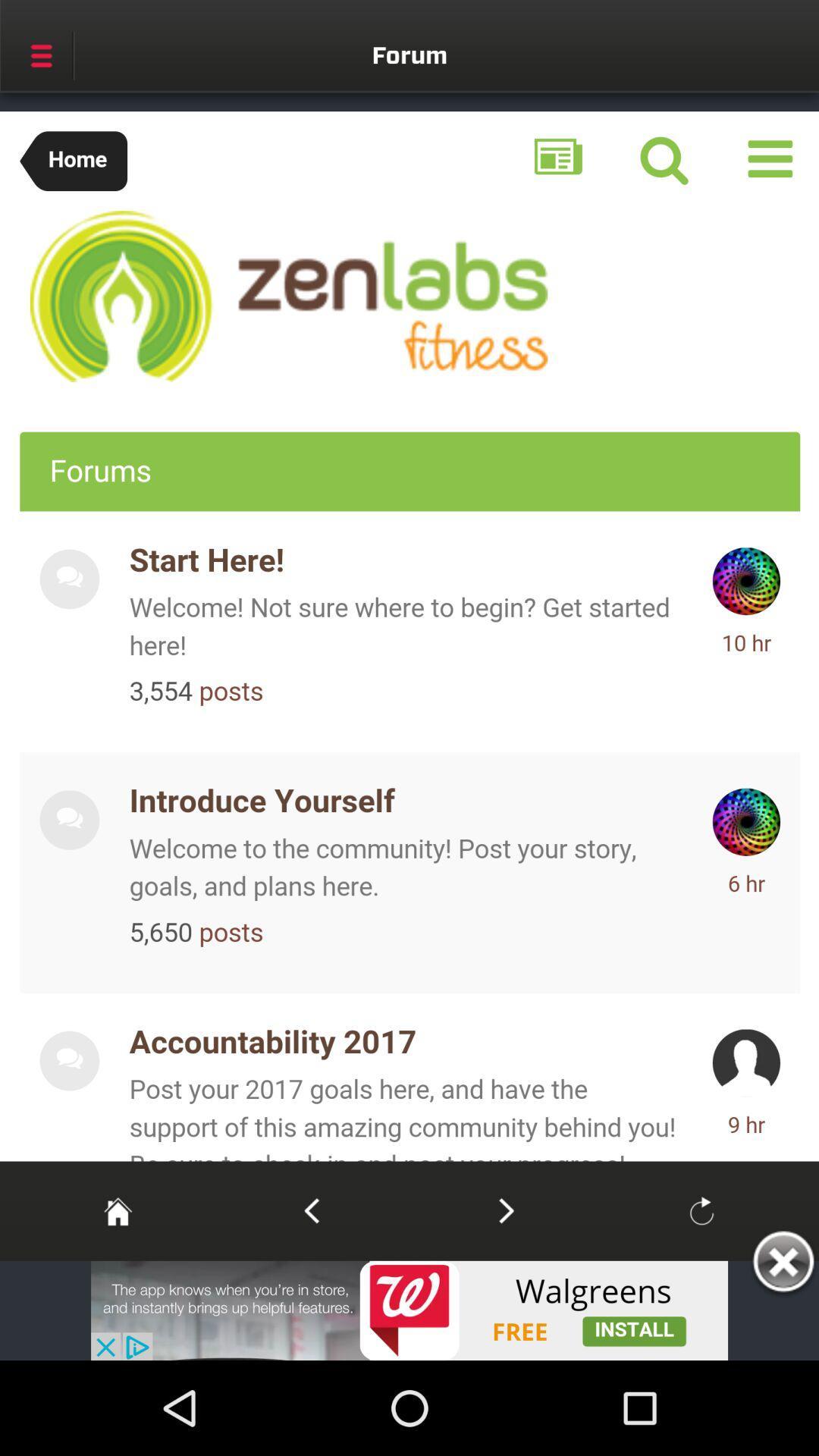 The width and height of the screenshot is (819, 1456). Describe the element at coordinates (701, 1210) in the screenshot. I see `refresh` at that location.